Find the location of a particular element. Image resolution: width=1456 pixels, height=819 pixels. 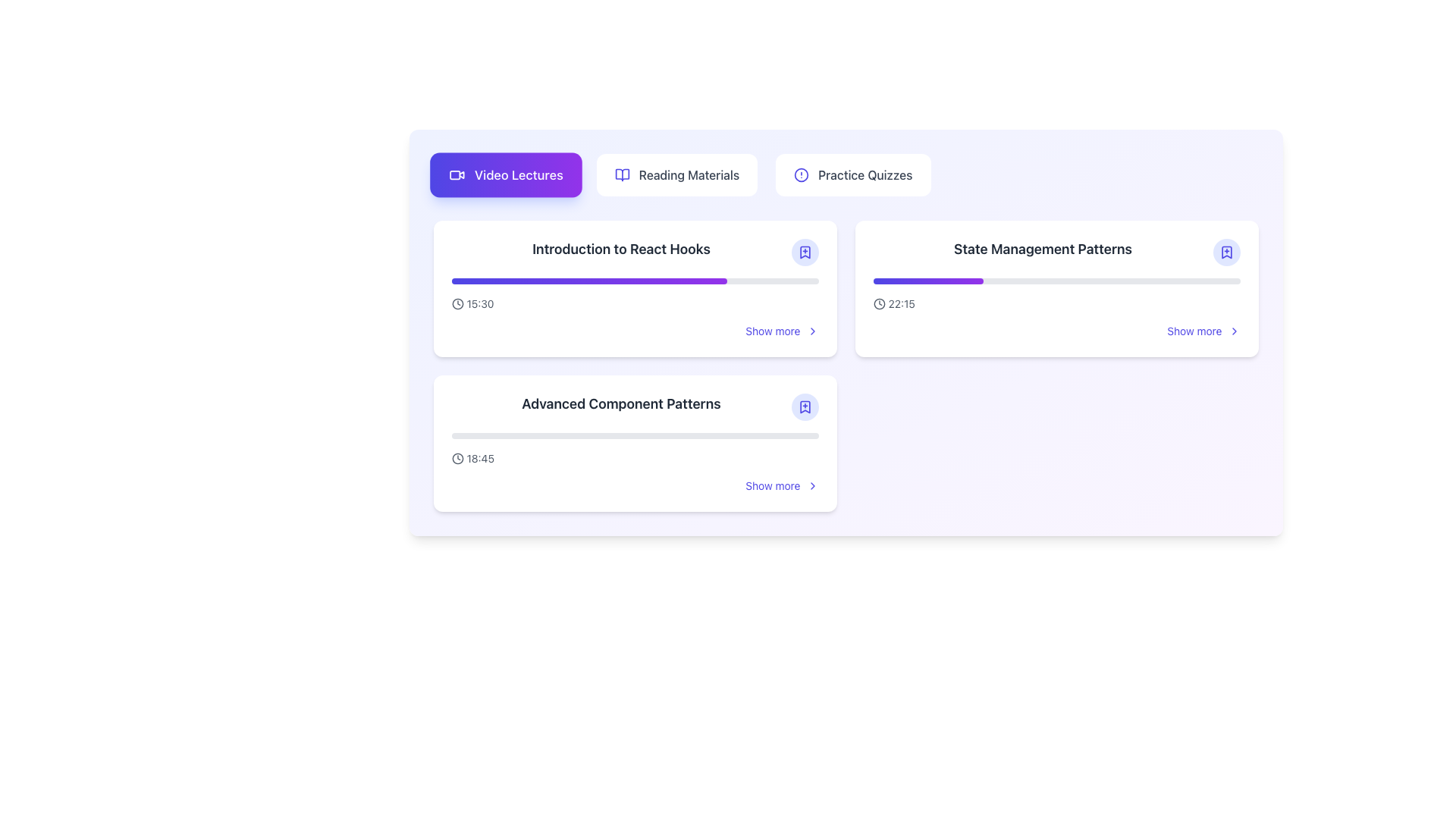

displayed time information from the Time display element located in the bottom-left corner of the 'State Management Patterns' card, adjacent to the clock icon is located at coordinates (894, 304).